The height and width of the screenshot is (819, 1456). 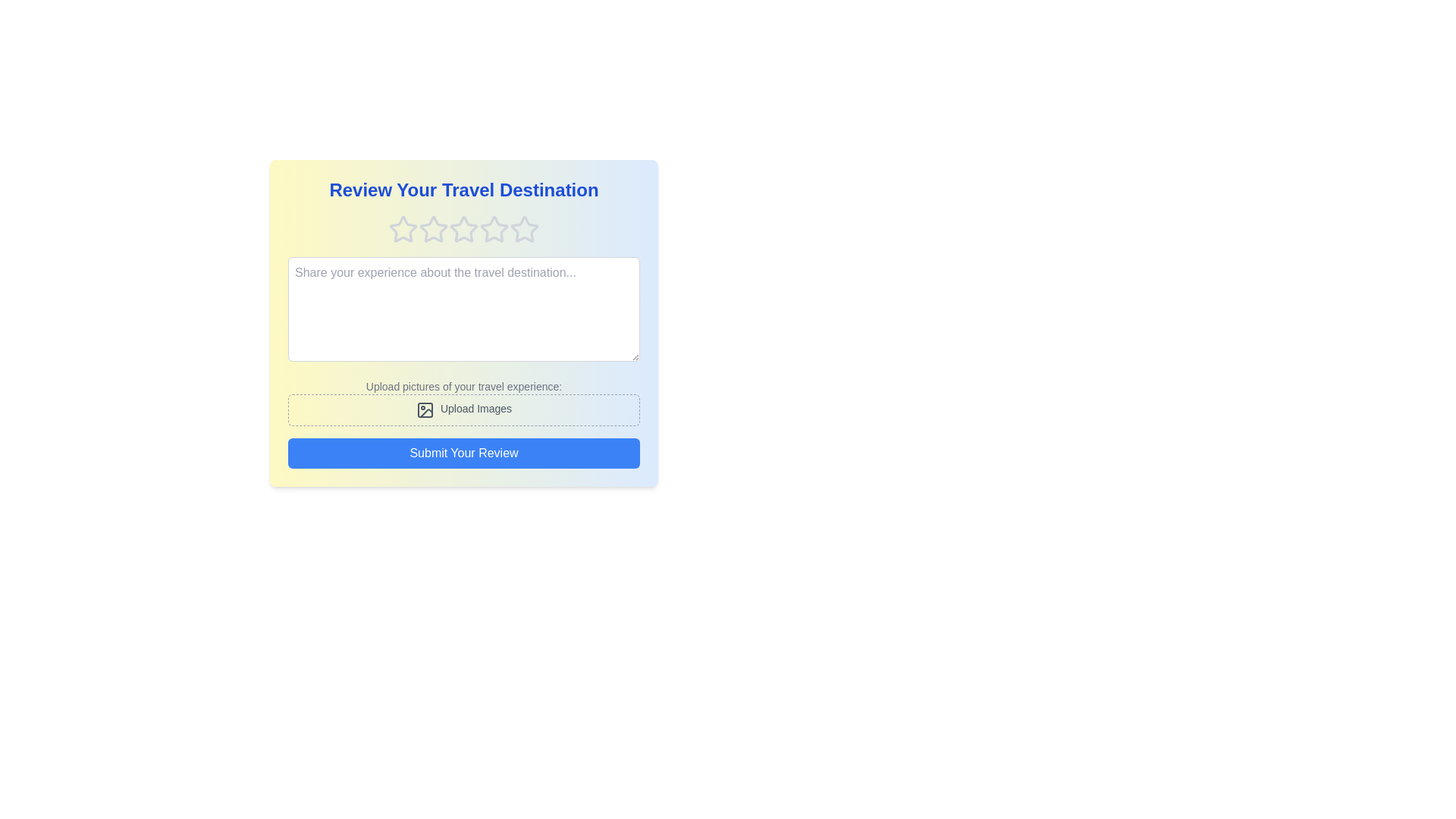 What do you see at coordinates (463, 452) in the screenshot?
I see `the 'Submit Your Review' button` at bounding box center [463, 452].